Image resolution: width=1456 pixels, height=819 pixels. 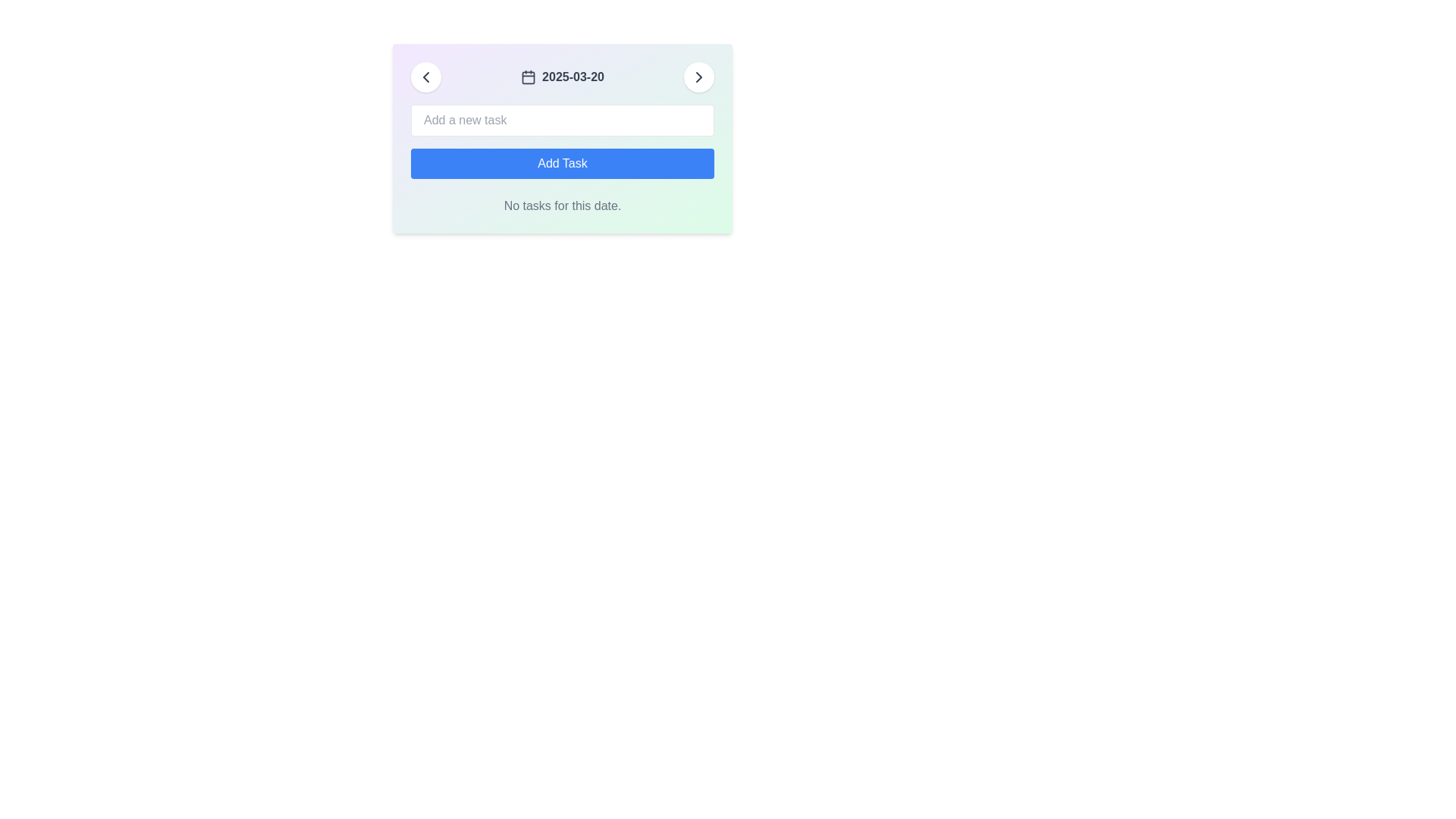 I want to click on the navigation button located at the top right corner of the main interface panel, so click(x=698, y=77).